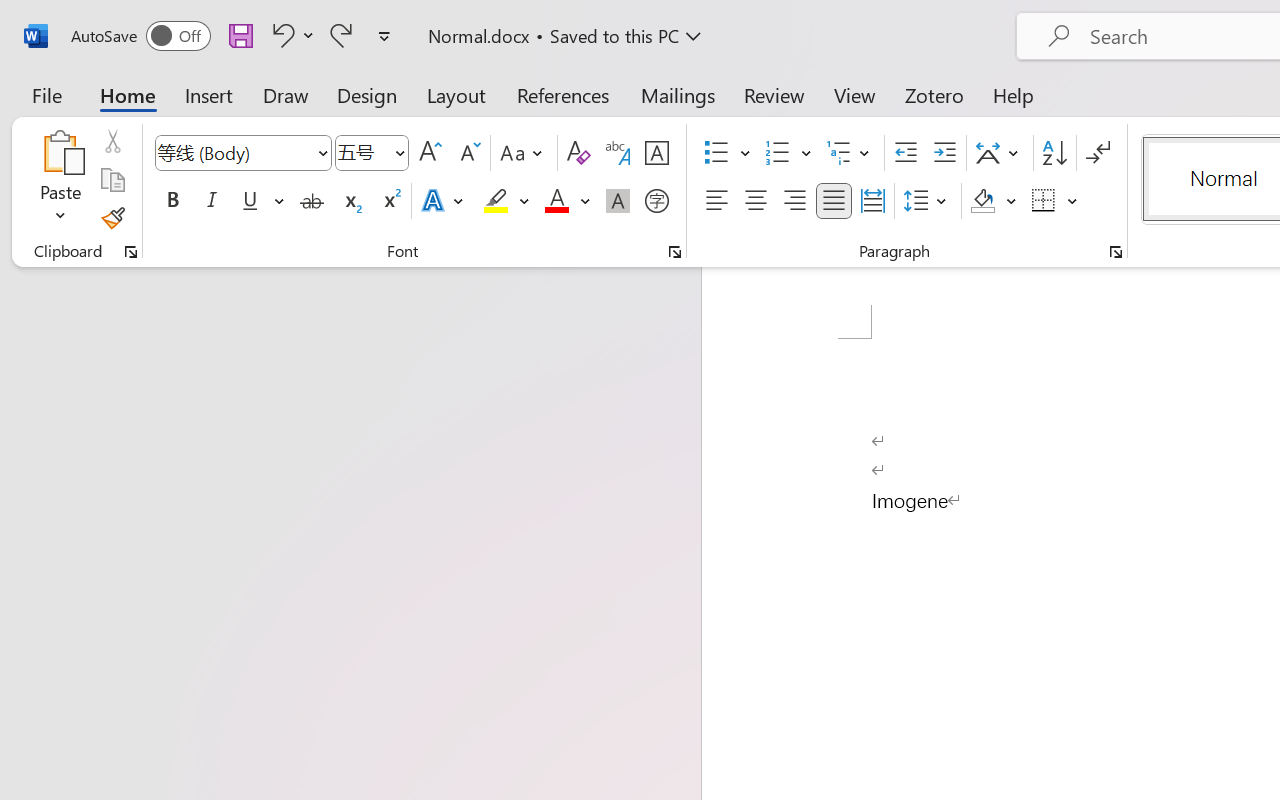  Describe the element at coordinates (1097, 153) in the screenshot. I see `'Show/Hide Editing Marks'` at that location.